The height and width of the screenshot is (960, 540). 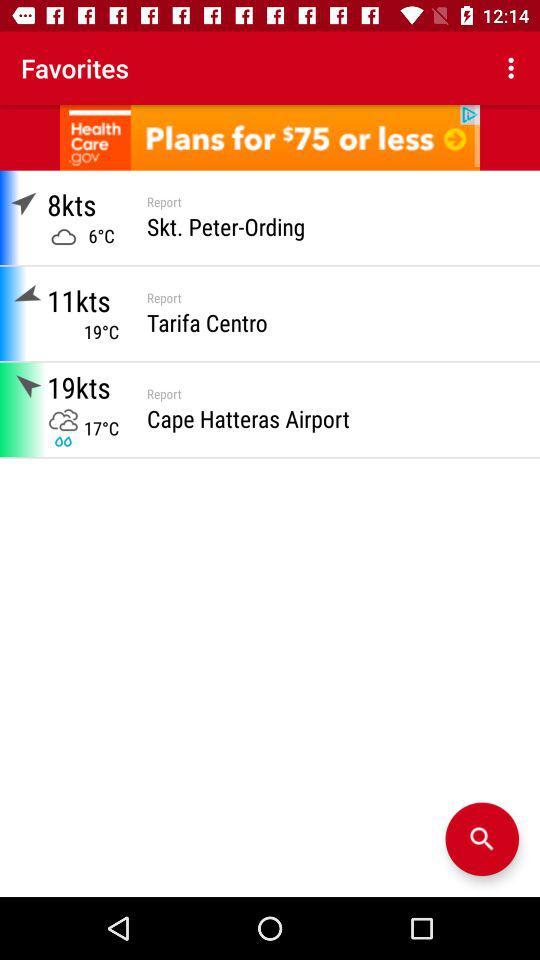 I want to click on whether, so click(x=481, y=839).